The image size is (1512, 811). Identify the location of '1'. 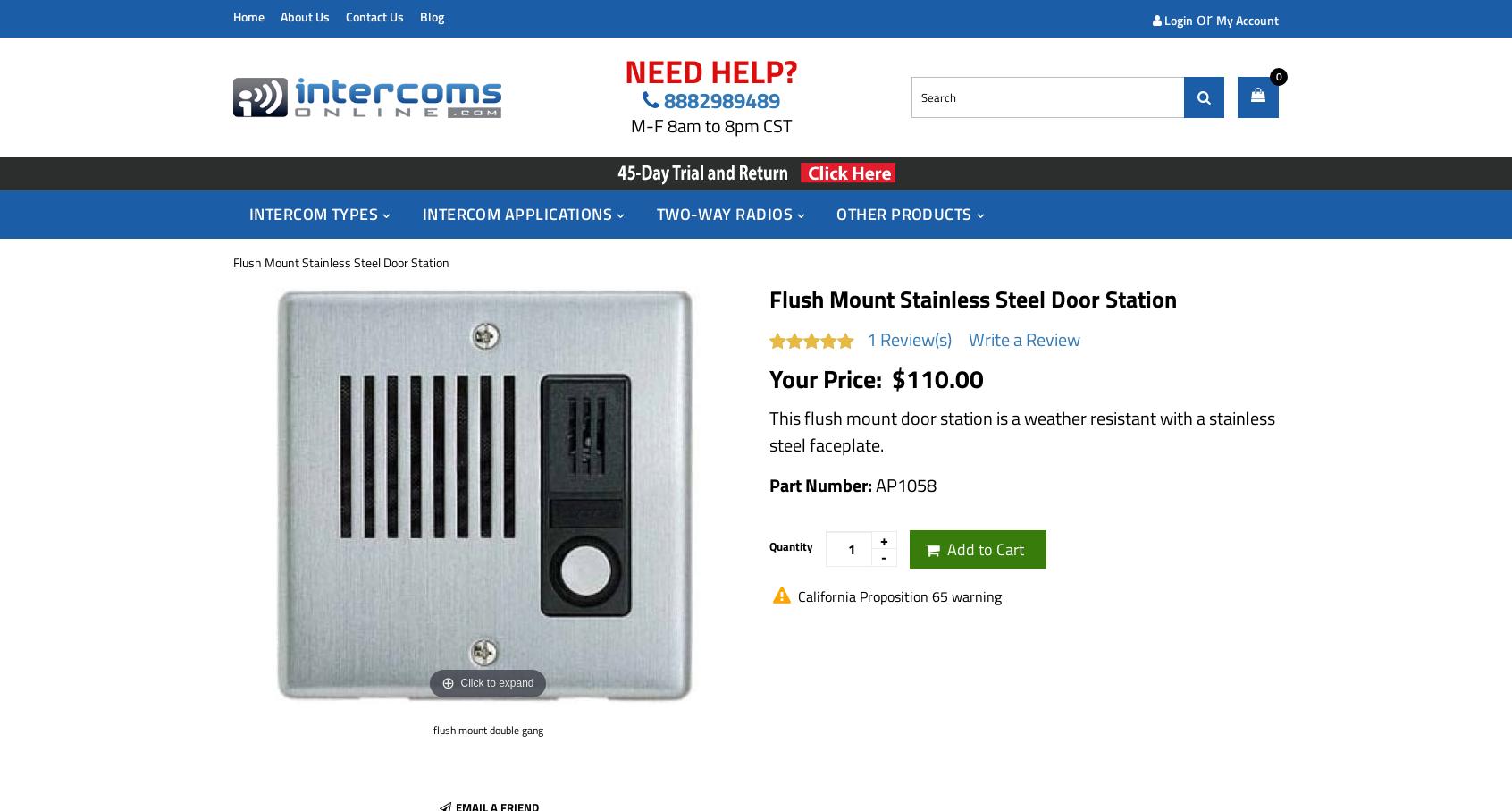
(871, 338).